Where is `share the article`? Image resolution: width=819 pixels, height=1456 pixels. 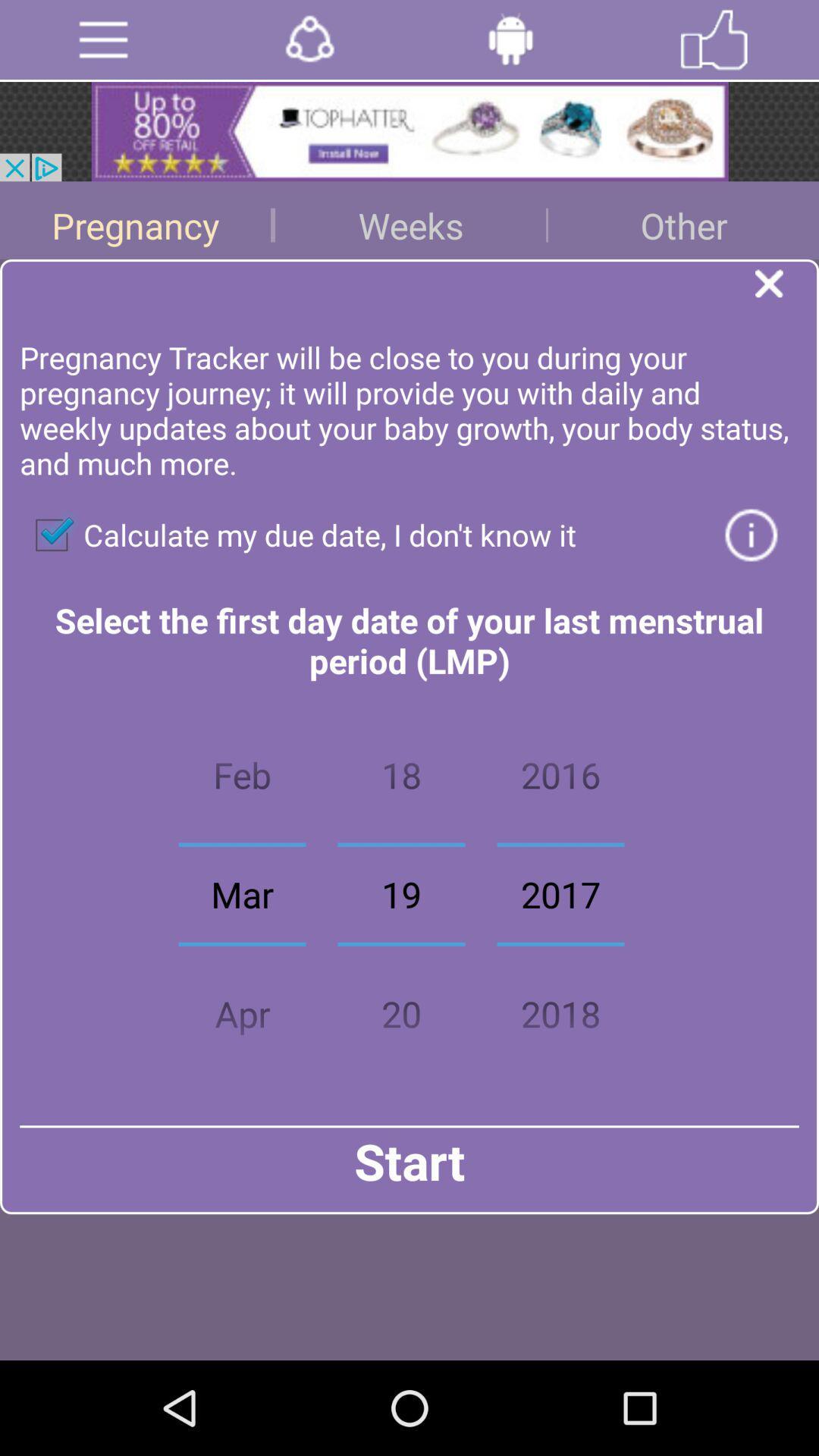
share the article is located at coordinates (409, 131).